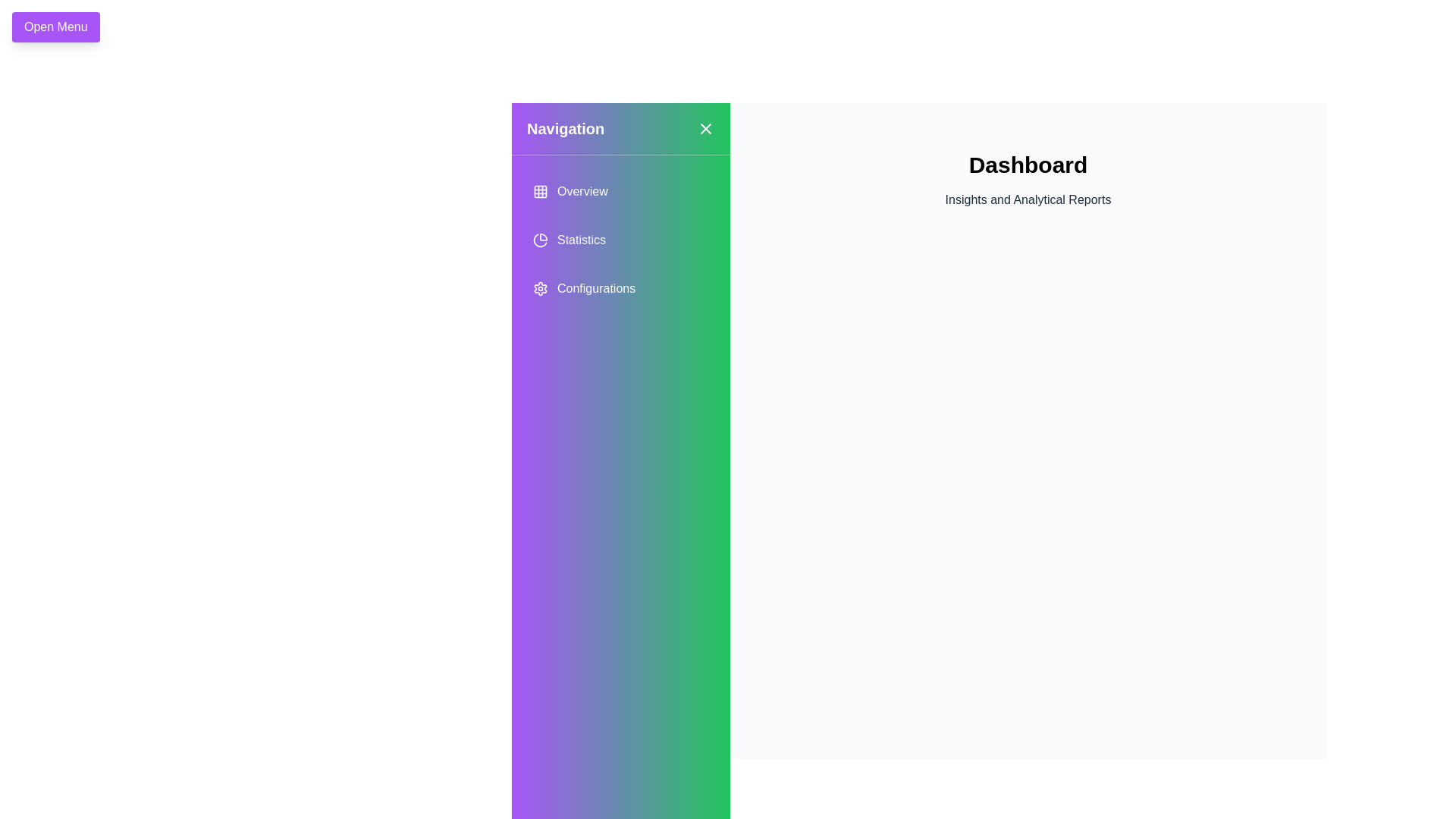  I want to click on the 'Open Menu' button to open the navigation drawer, so click(55, 27).